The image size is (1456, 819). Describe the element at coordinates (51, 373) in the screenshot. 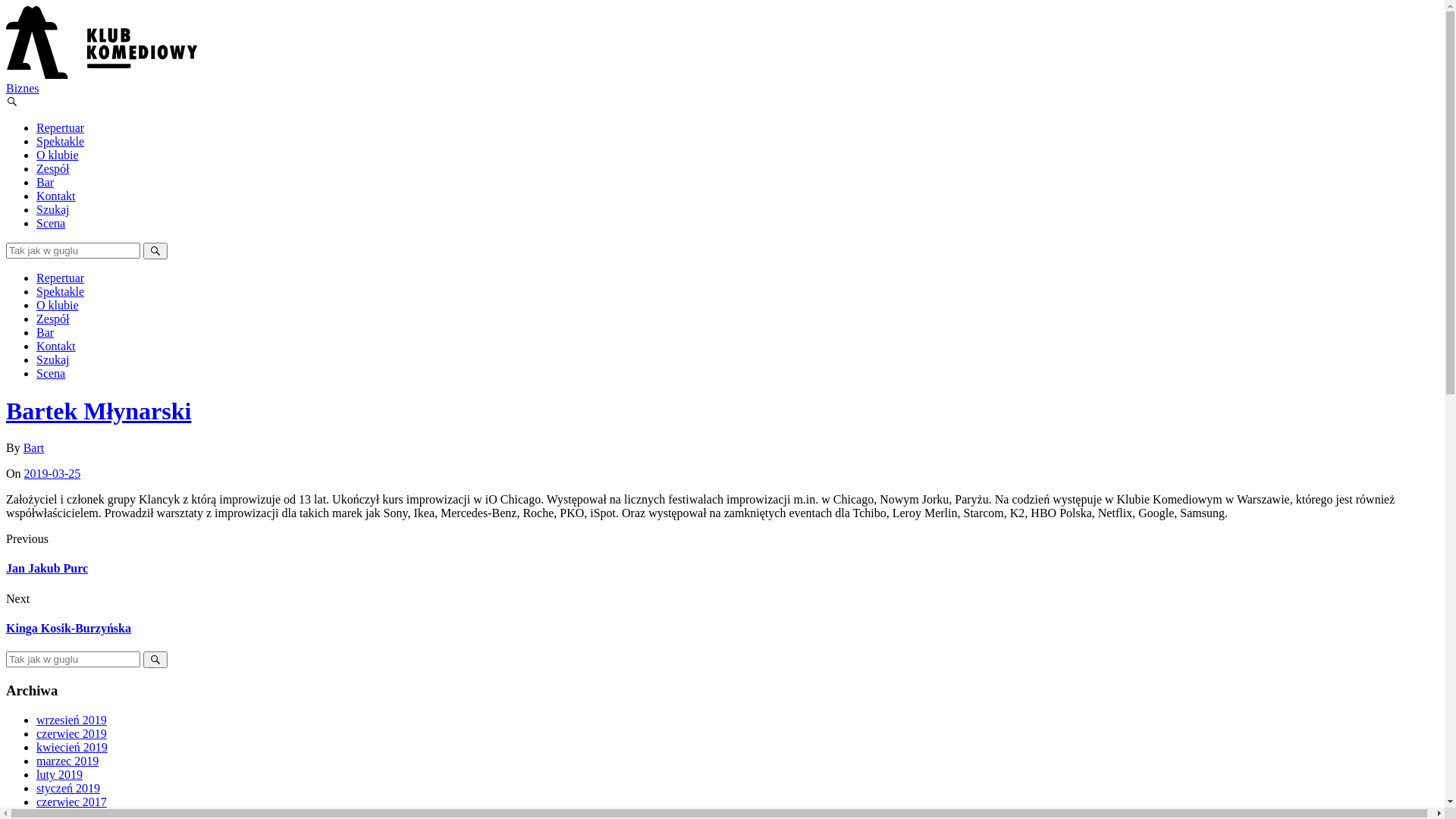

I see `'Scena'` at that location.